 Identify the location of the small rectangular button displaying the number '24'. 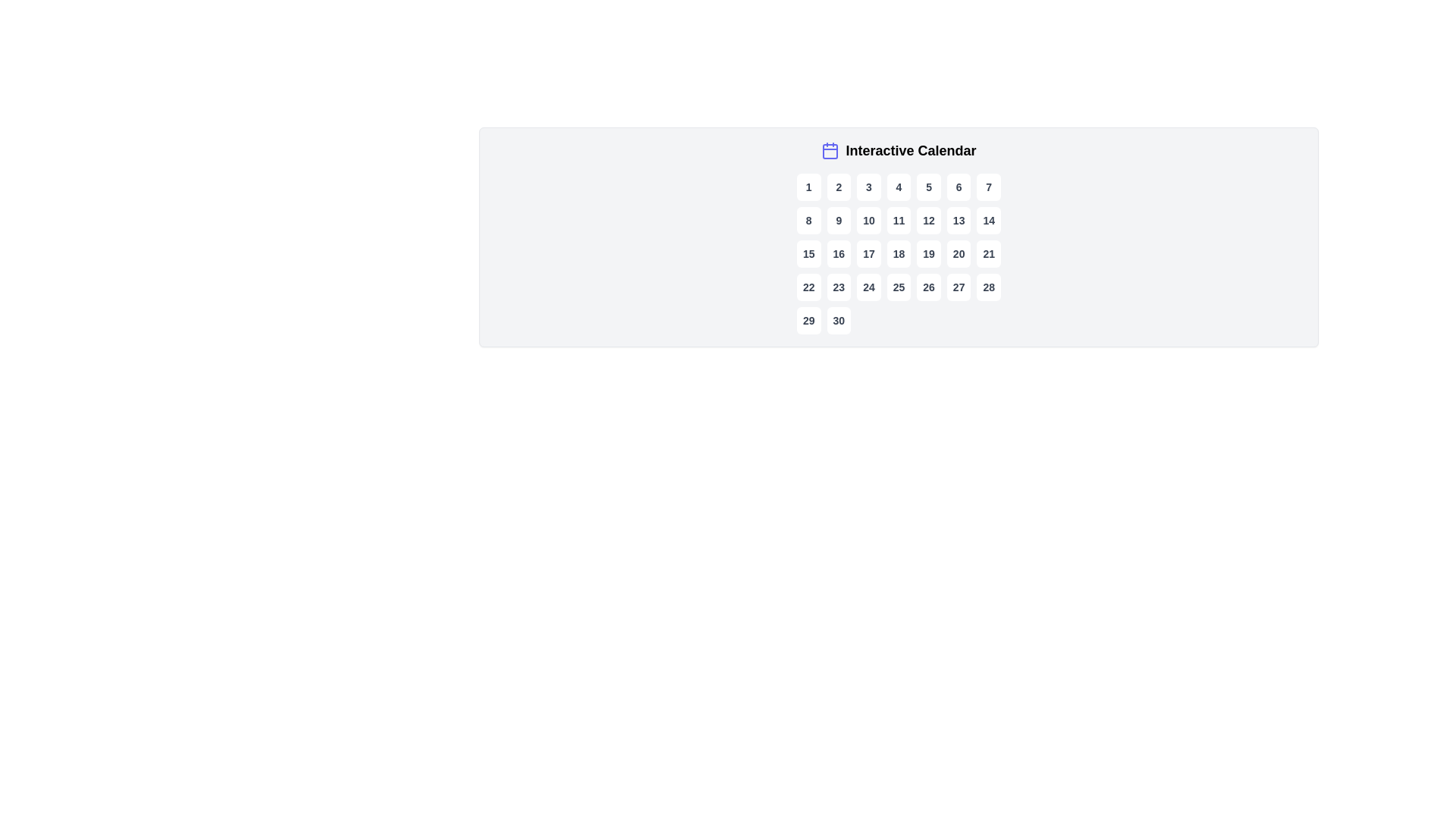
(868, 287).